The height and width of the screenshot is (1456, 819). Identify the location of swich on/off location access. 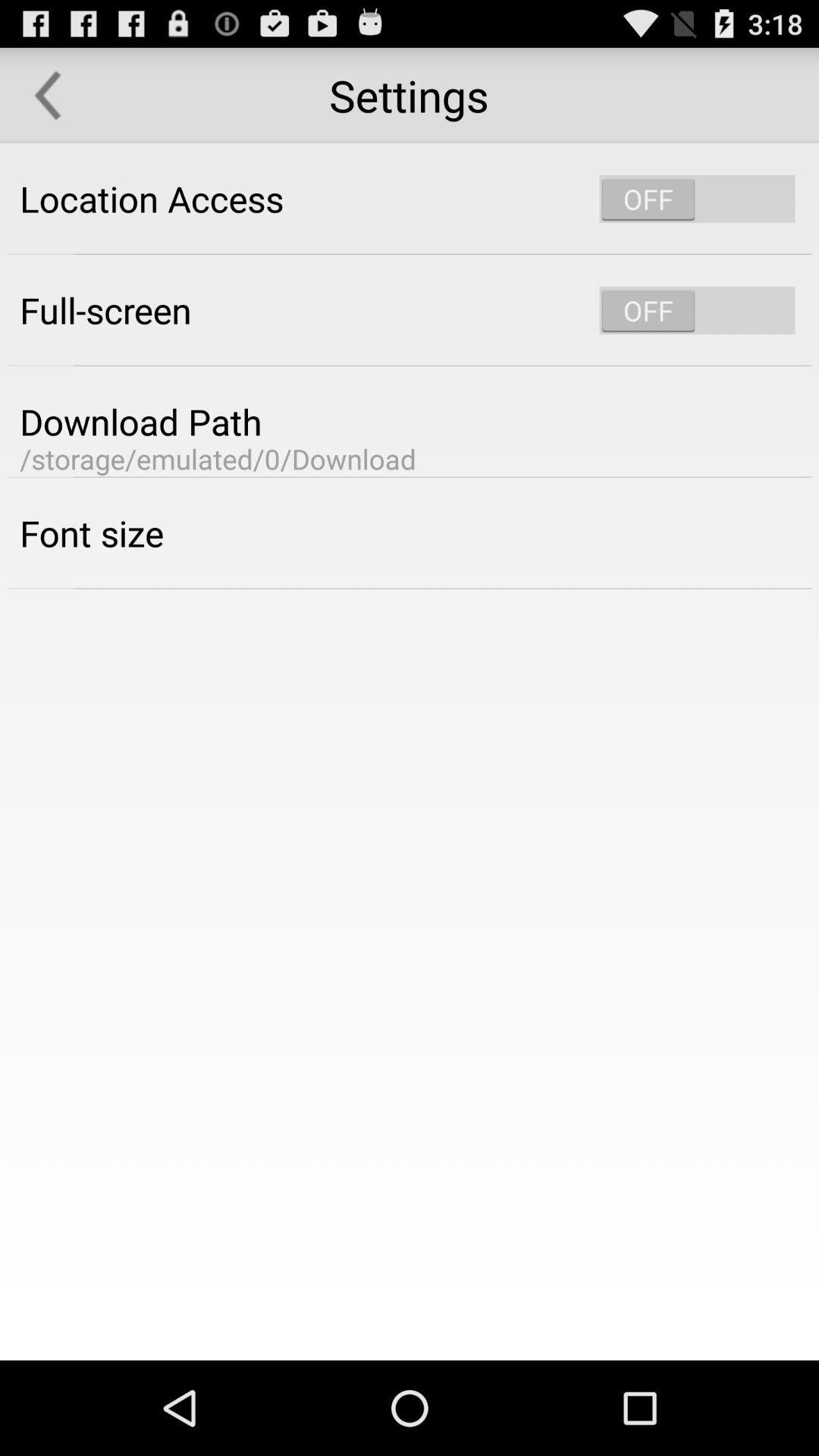
(697, 198).